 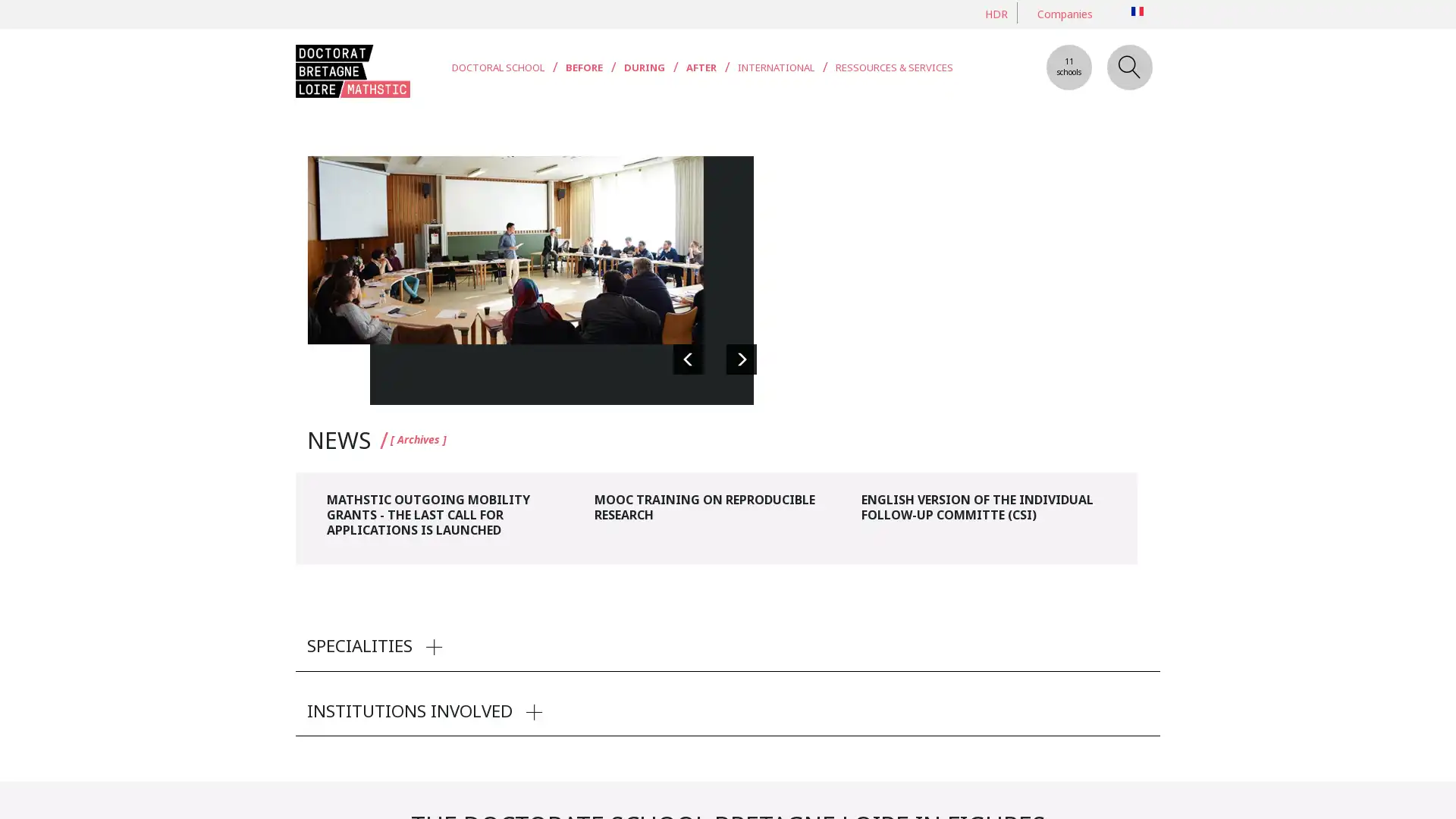 I want to click on Precedente, so click(x=687, y=359).